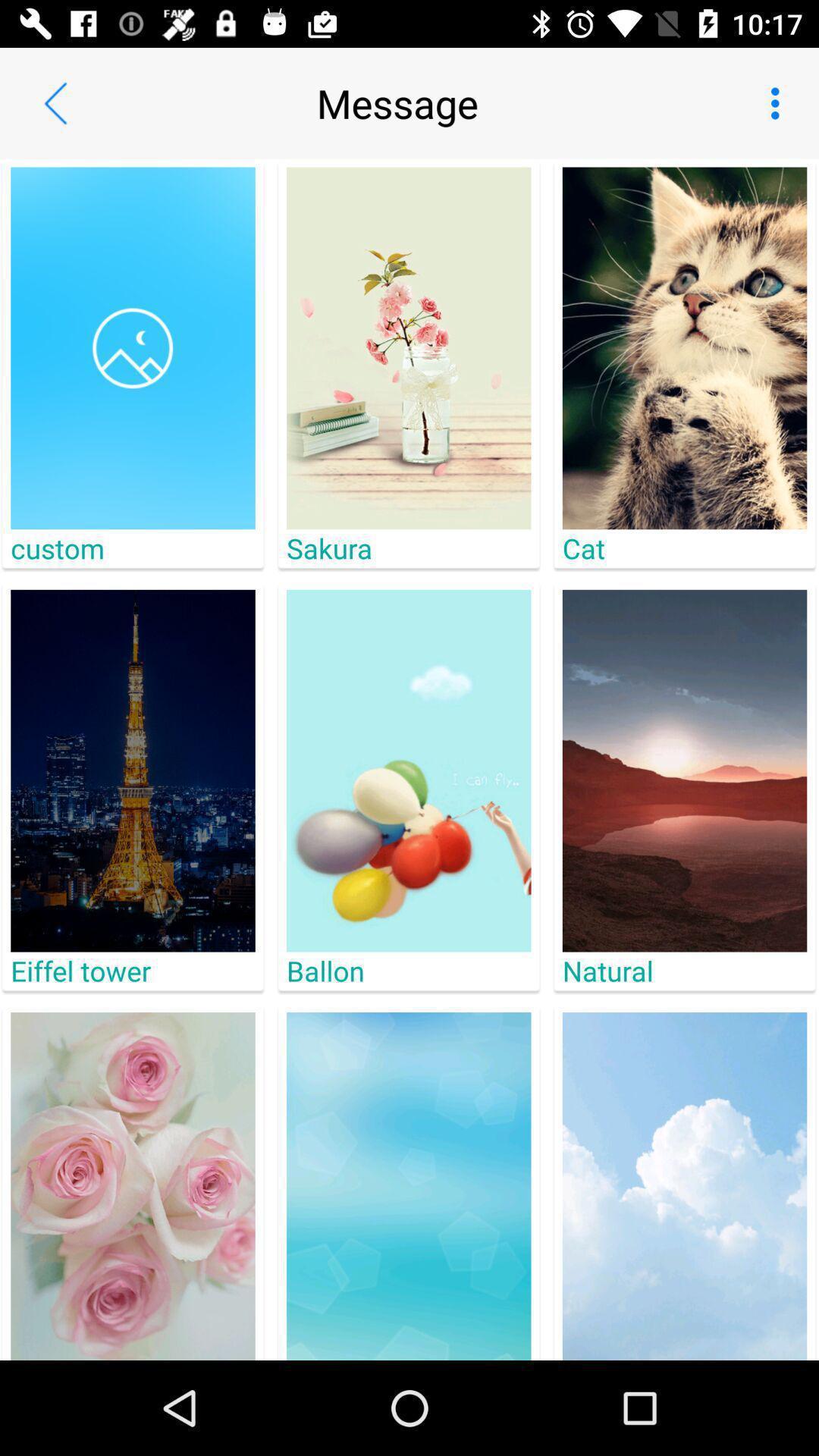 This screenshot has height=1456, width=819. What do you see at coordinates (779, 102) in the screenshot?
I see `app next to message app` at bounding box center [779, 102].